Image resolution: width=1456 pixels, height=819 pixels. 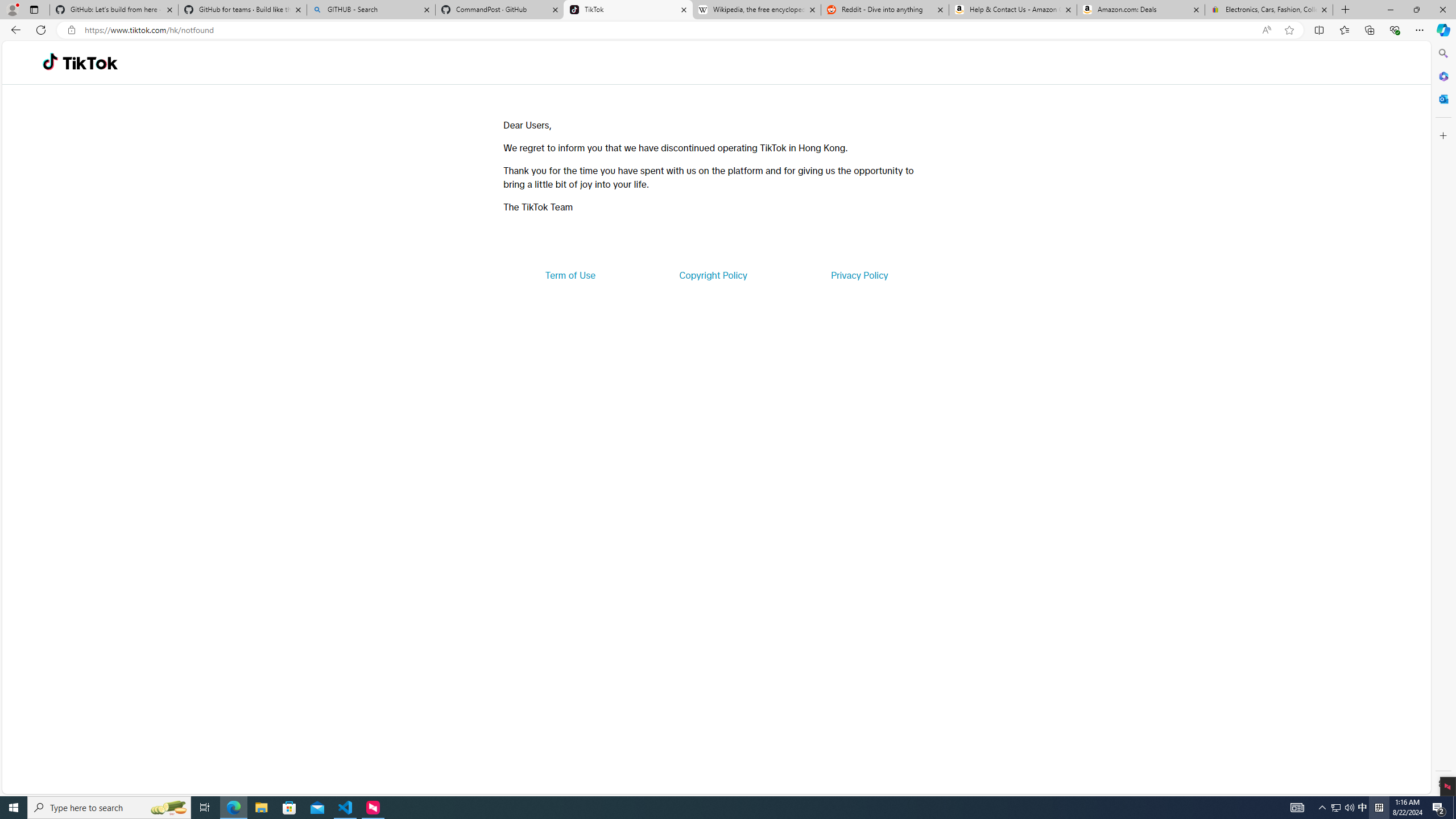 I want to click on 'Favorites', so click(x=1345, y=29).